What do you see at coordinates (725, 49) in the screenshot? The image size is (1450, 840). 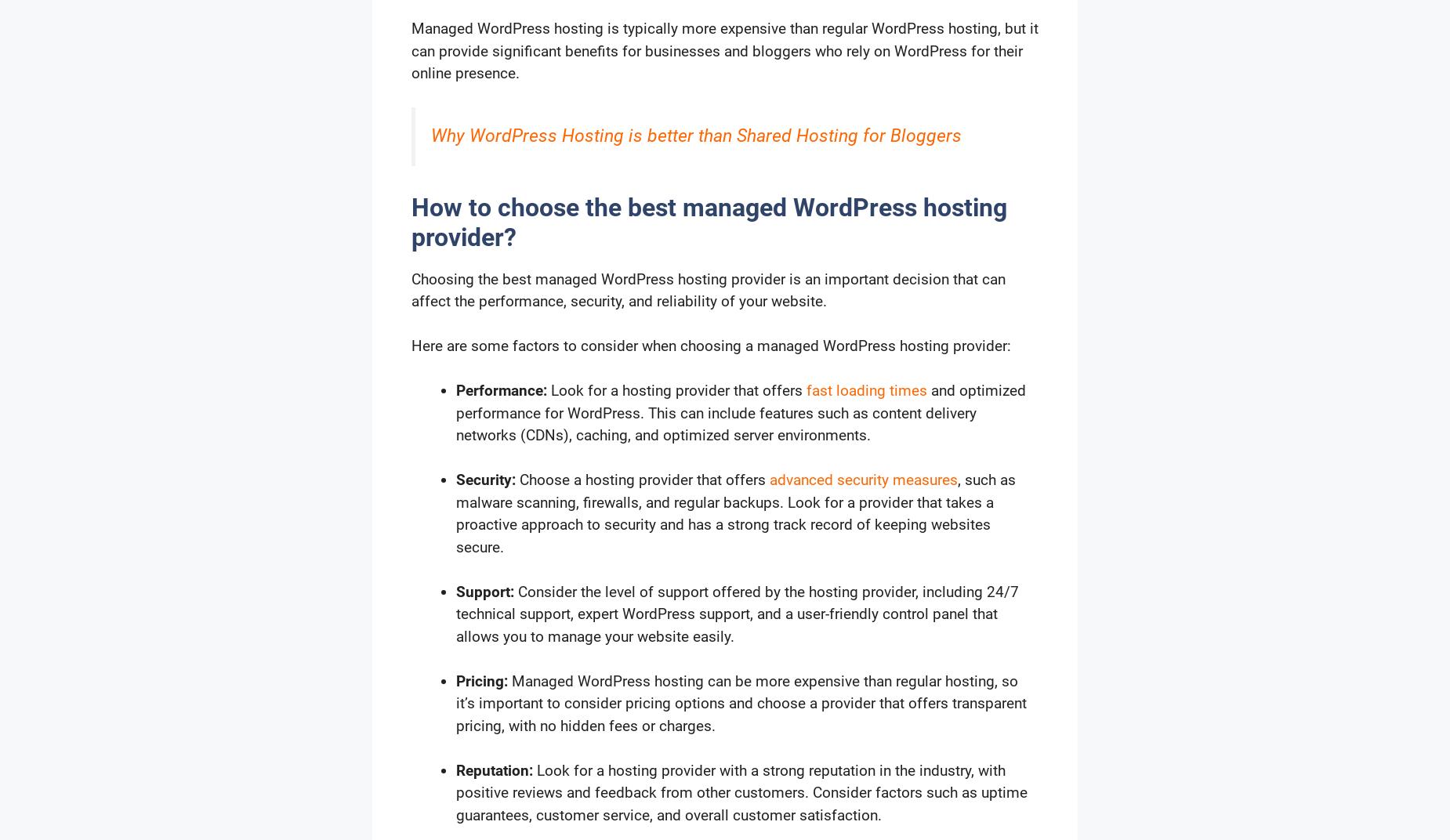 I see `'Managed WordPress hosting is typically more expensive than regular WordPress hosting, but it can provide significant benefits for businesses and bloggers who rely on WordPress for their online presence.'` at bounding box center [725, 49].